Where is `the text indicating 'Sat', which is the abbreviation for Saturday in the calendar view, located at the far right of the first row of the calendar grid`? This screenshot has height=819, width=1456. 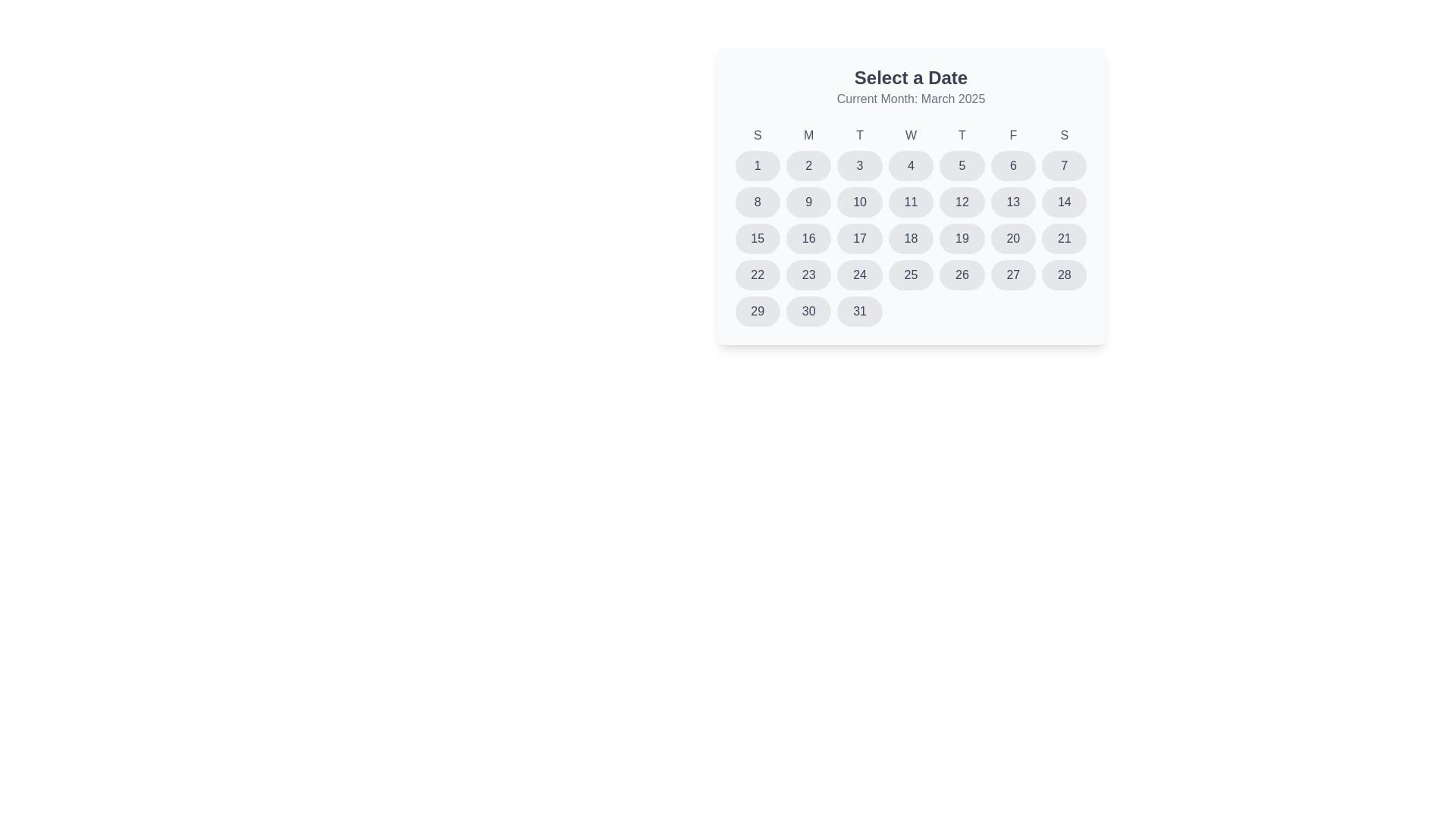
the text indicating 'Sat', which is the abbreviation for Saturday in the calendar view, located at the far right of the first row of the calendar grid is located at coordinates (1063, 134).